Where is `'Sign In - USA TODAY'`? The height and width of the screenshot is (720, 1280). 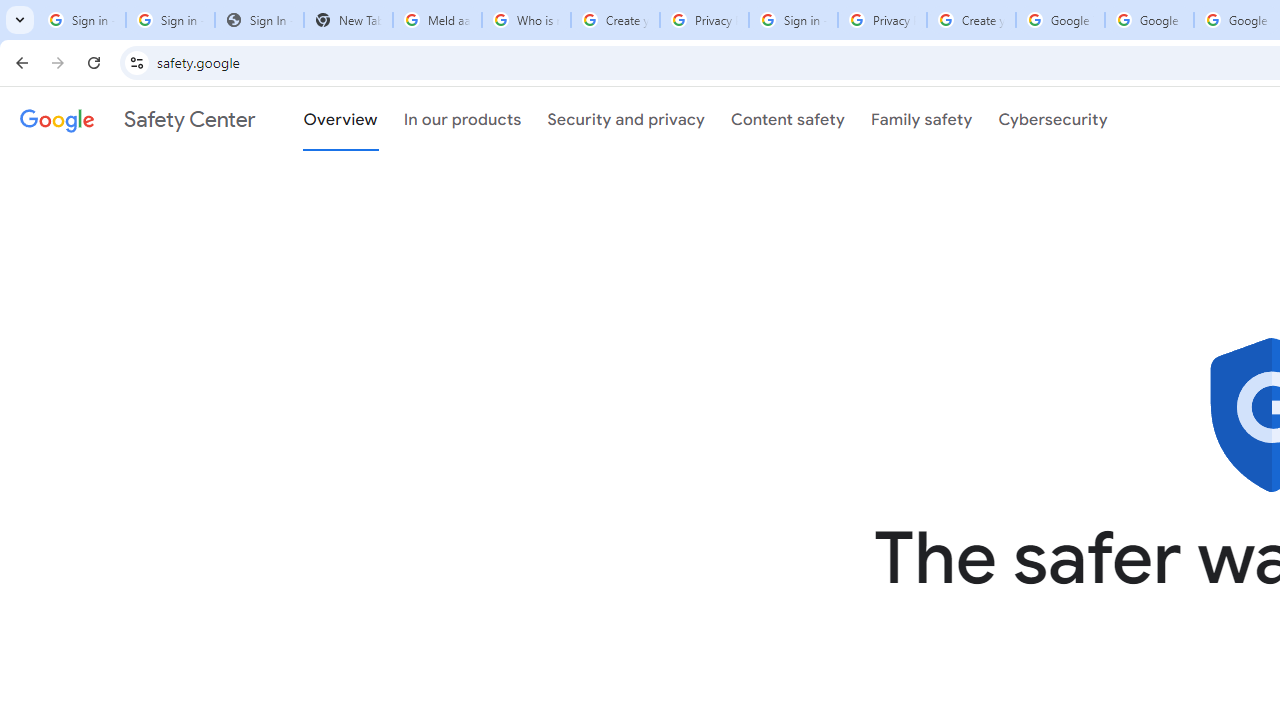 'Sign In - USA TODAY' is located at coordinates (258, 20).